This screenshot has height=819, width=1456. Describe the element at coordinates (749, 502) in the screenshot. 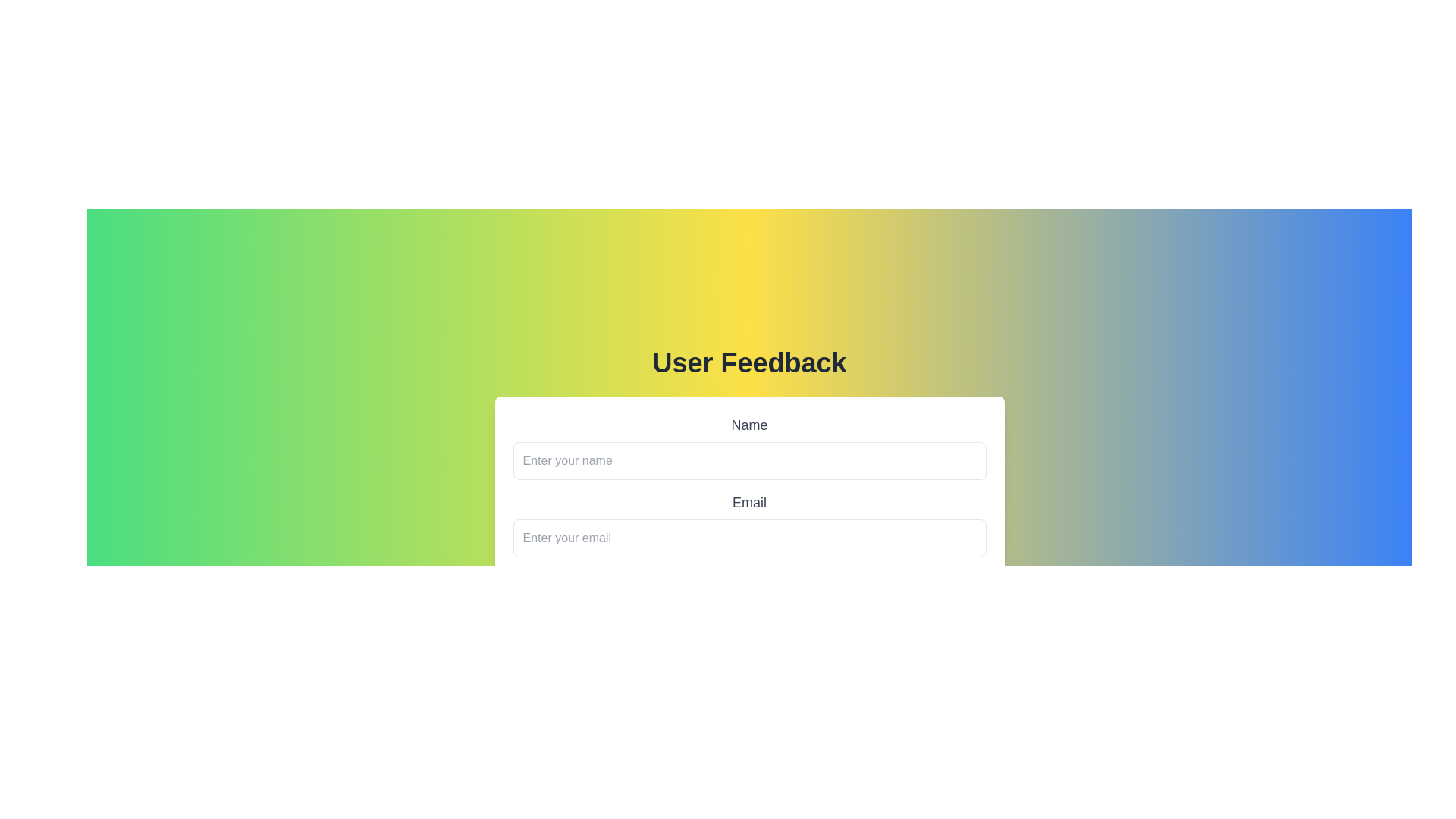

I see `the label indicating that the input field below is for providing an email address, located in the lower half of the 'User Feedback' form` at that location.